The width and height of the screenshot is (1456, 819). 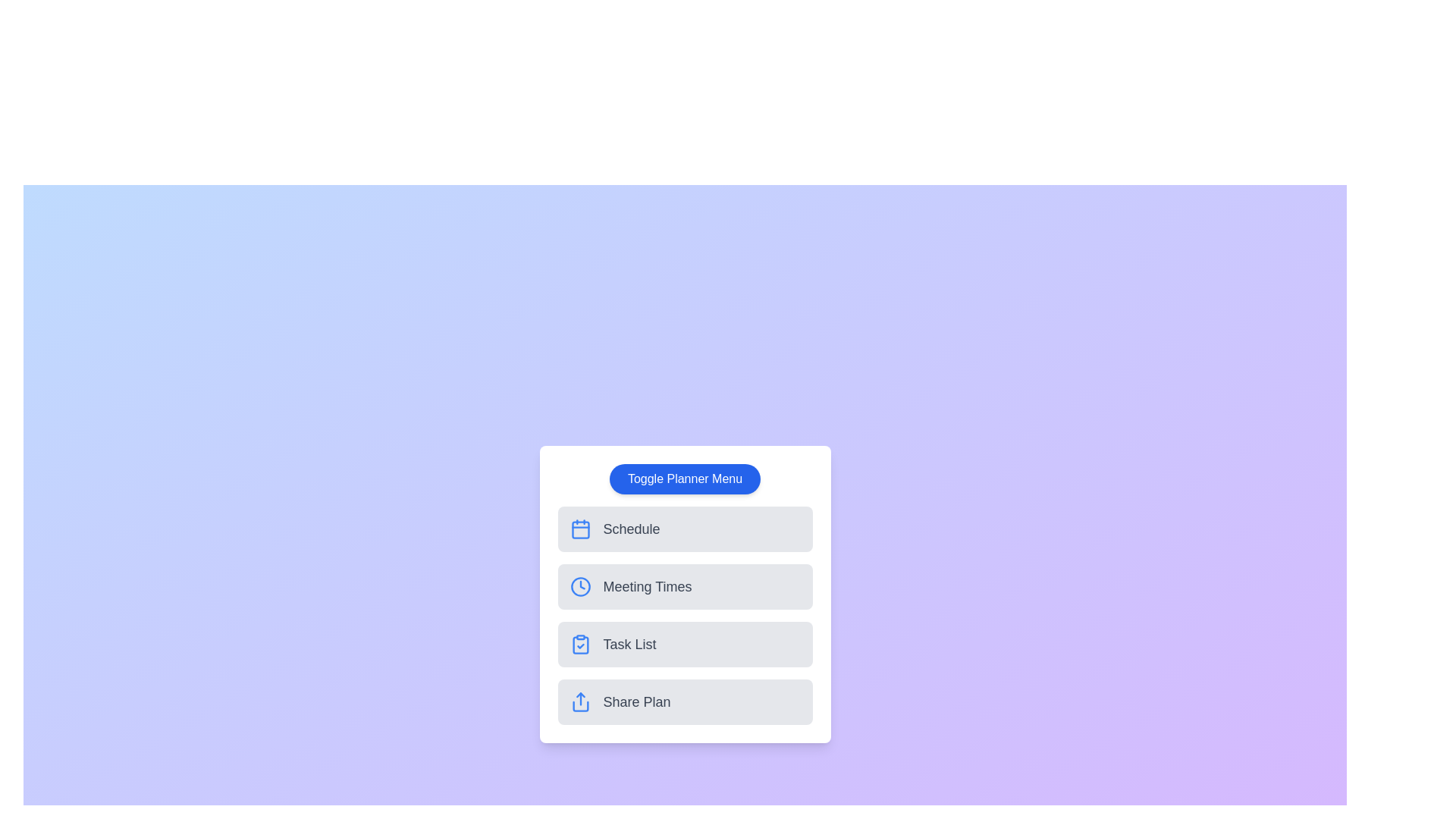 I want to click on the 'Toggle Planner Menu' button to toggle the visibility of the planner menu, so click(x=684, y=479).